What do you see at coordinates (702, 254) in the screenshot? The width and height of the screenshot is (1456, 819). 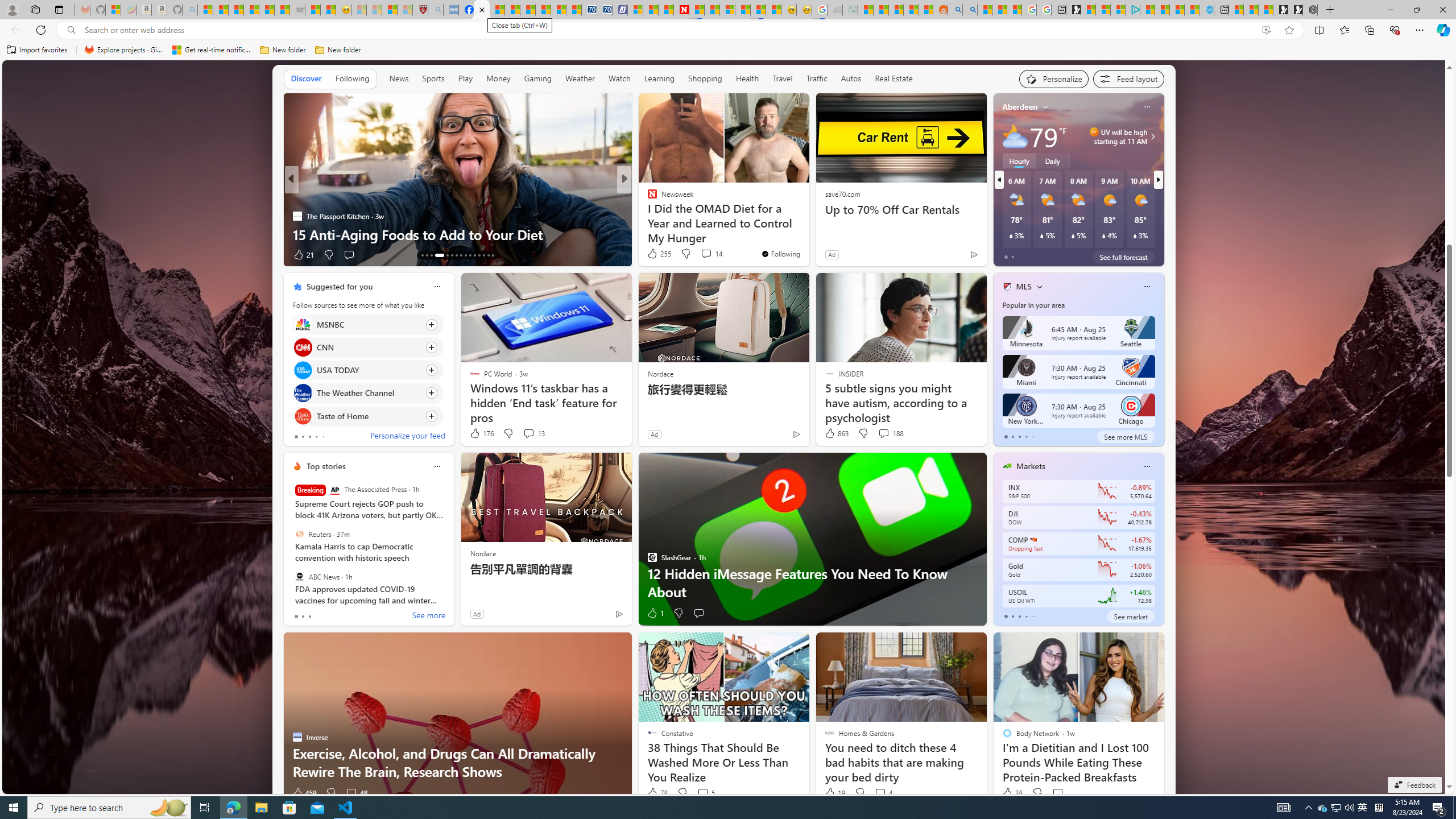 I see `'View comments 24 Comment'` at bounding box center [702, 254].